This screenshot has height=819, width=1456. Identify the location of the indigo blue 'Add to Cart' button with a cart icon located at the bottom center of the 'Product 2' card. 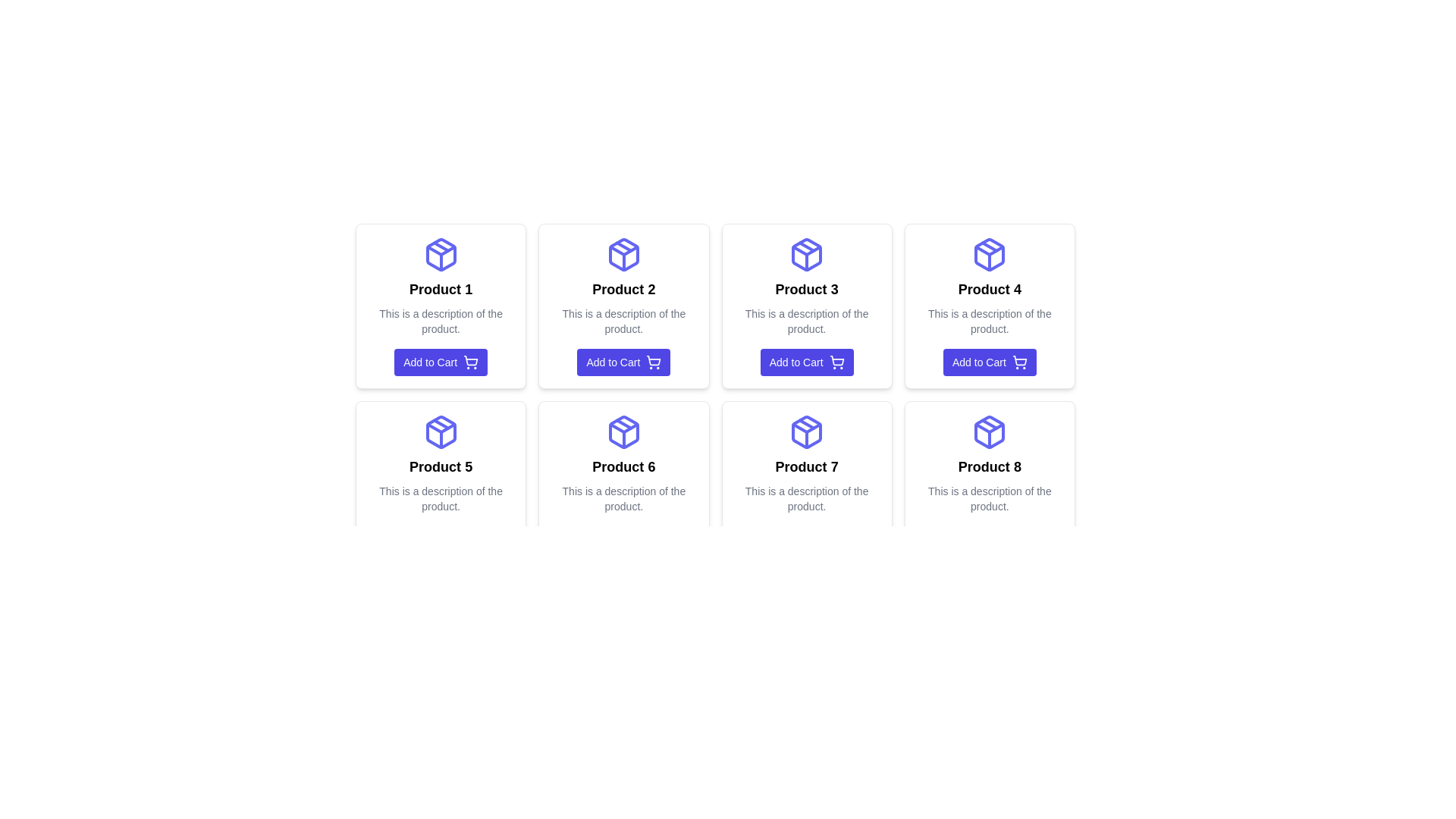
(623, 362).